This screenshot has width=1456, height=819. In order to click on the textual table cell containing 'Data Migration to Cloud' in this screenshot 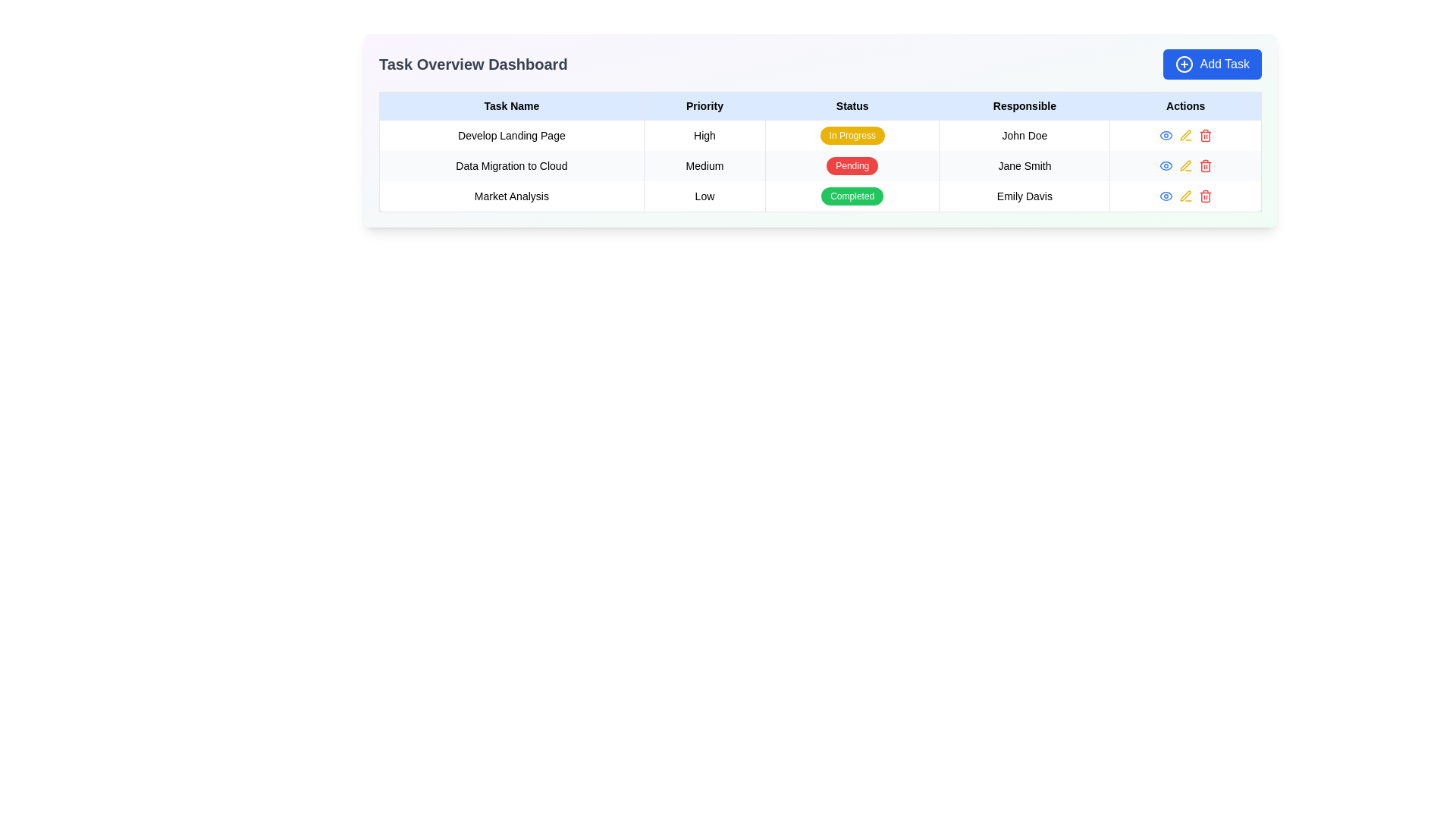, I will do `click(511, 166)`.